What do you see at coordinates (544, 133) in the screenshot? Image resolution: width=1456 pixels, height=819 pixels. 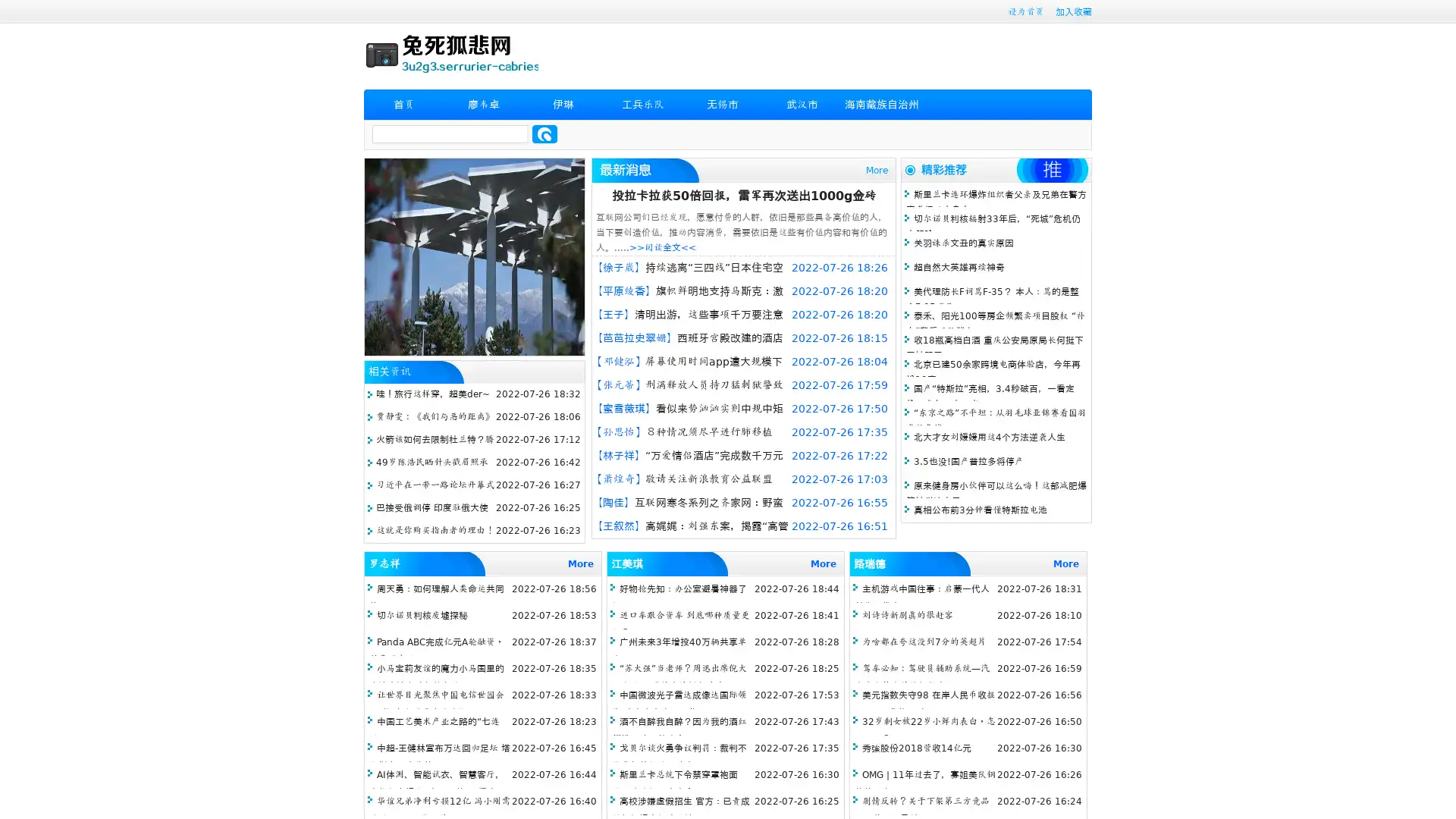 I see `Search` at bounding box center [544, 133].